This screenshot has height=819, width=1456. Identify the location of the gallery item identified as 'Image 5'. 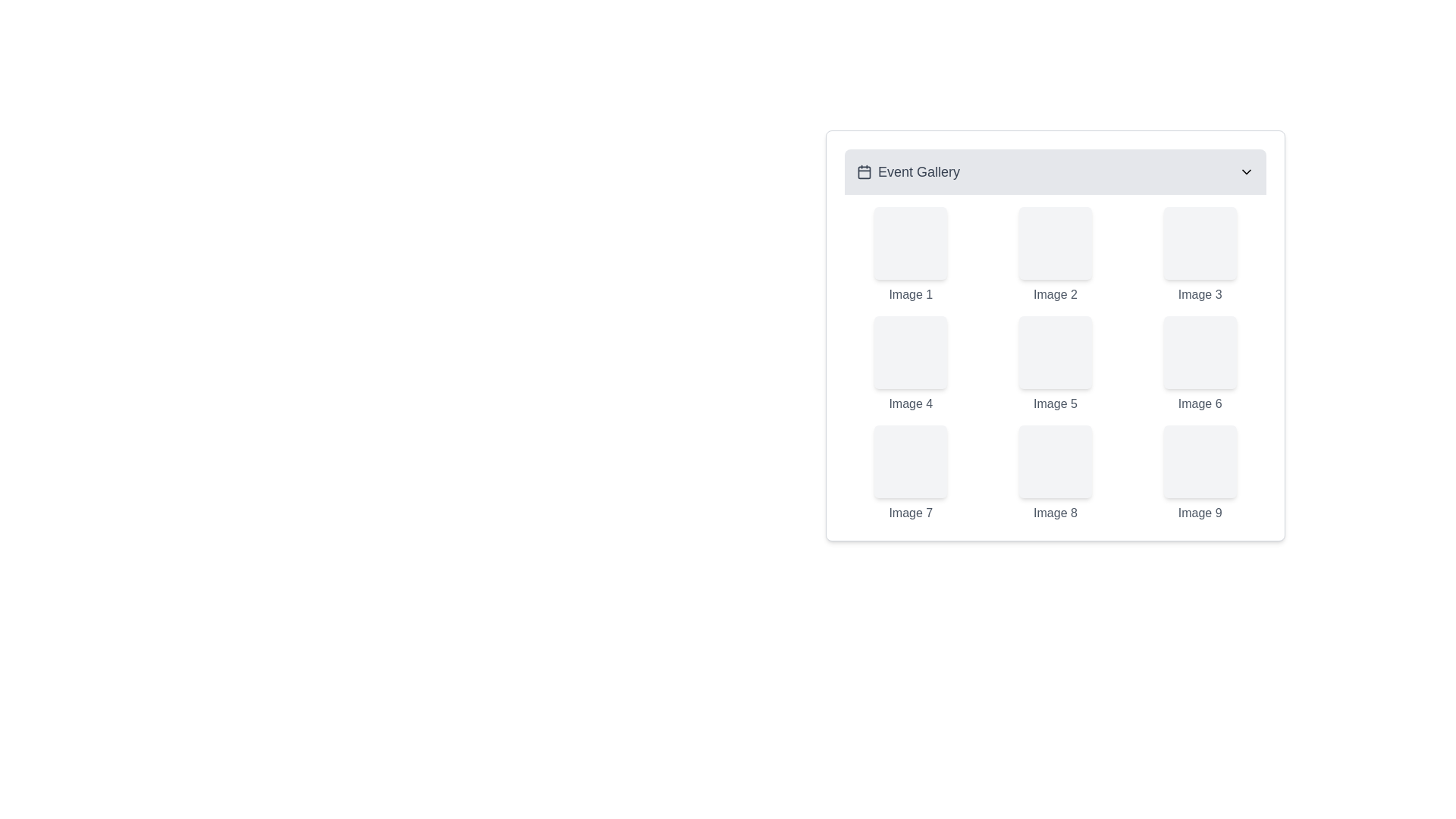
(1055, 365).